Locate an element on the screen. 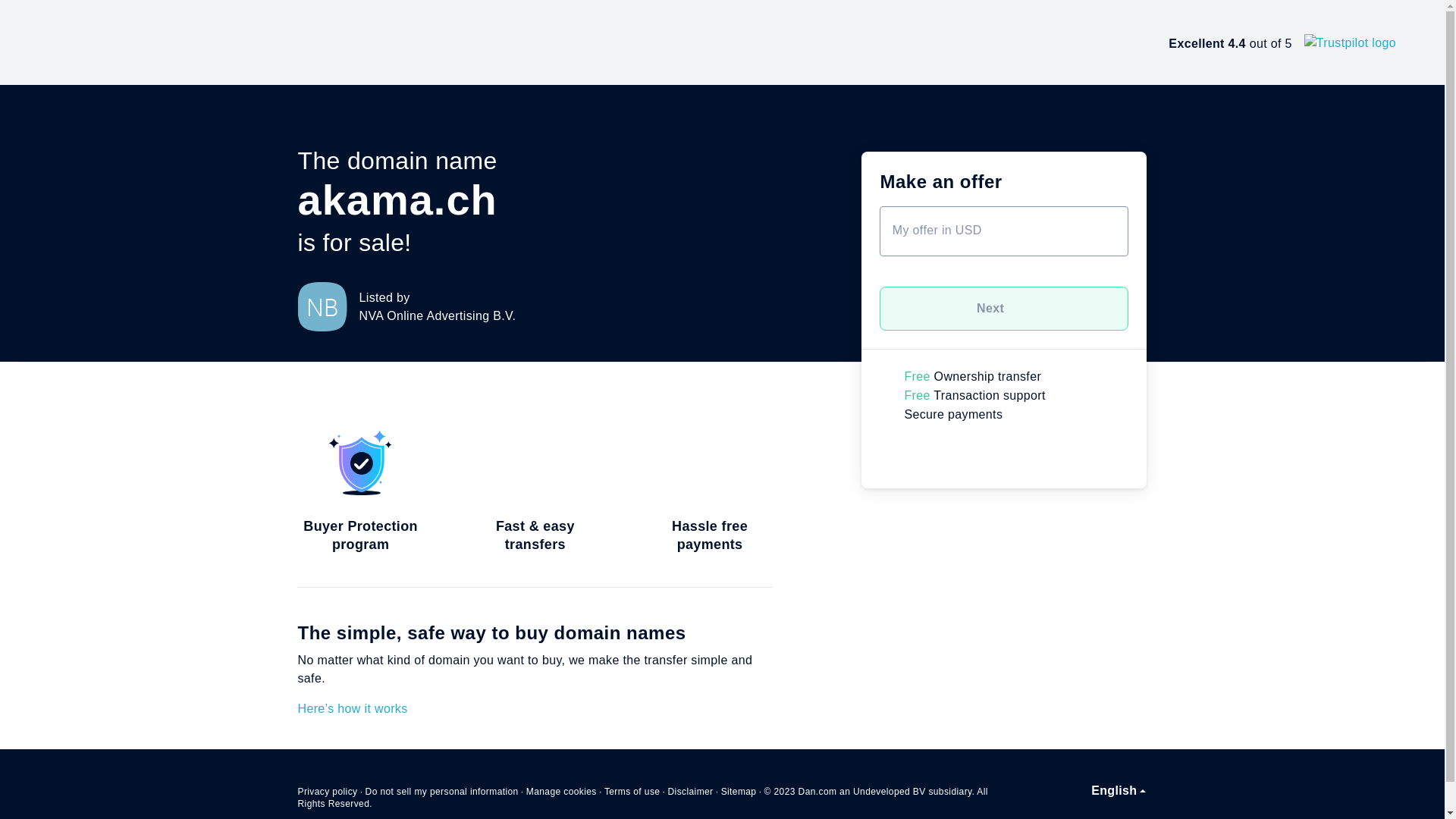 The image size is (1456, 819). 'Terms of use' is located at coordinates (632, 791).